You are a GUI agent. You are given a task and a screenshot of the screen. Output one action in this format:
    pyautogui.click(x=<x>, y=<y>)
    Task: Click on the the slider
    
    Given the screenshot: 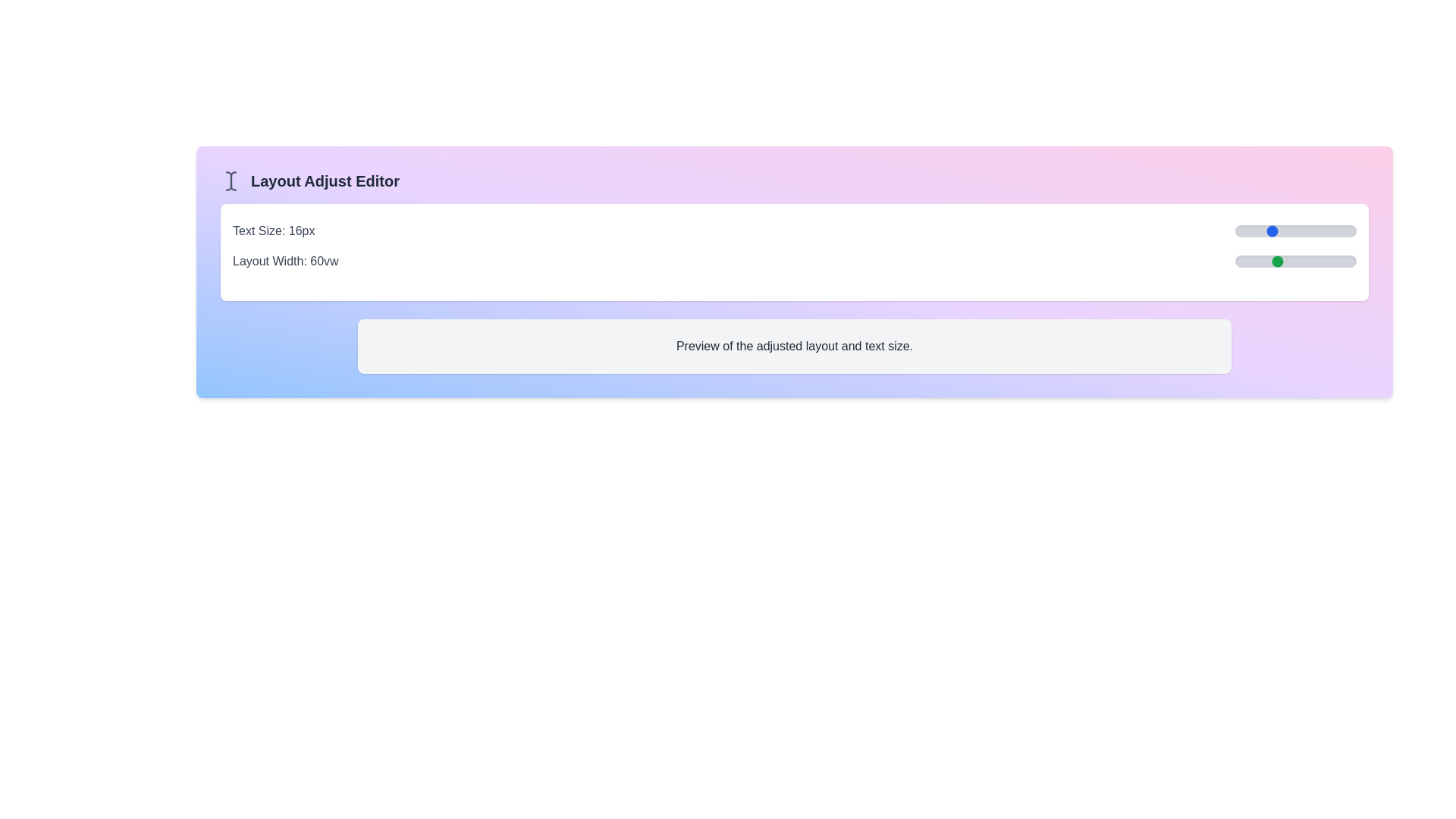 What is the action you would take?
    pyautogui.click(x=1294, y=231)
    